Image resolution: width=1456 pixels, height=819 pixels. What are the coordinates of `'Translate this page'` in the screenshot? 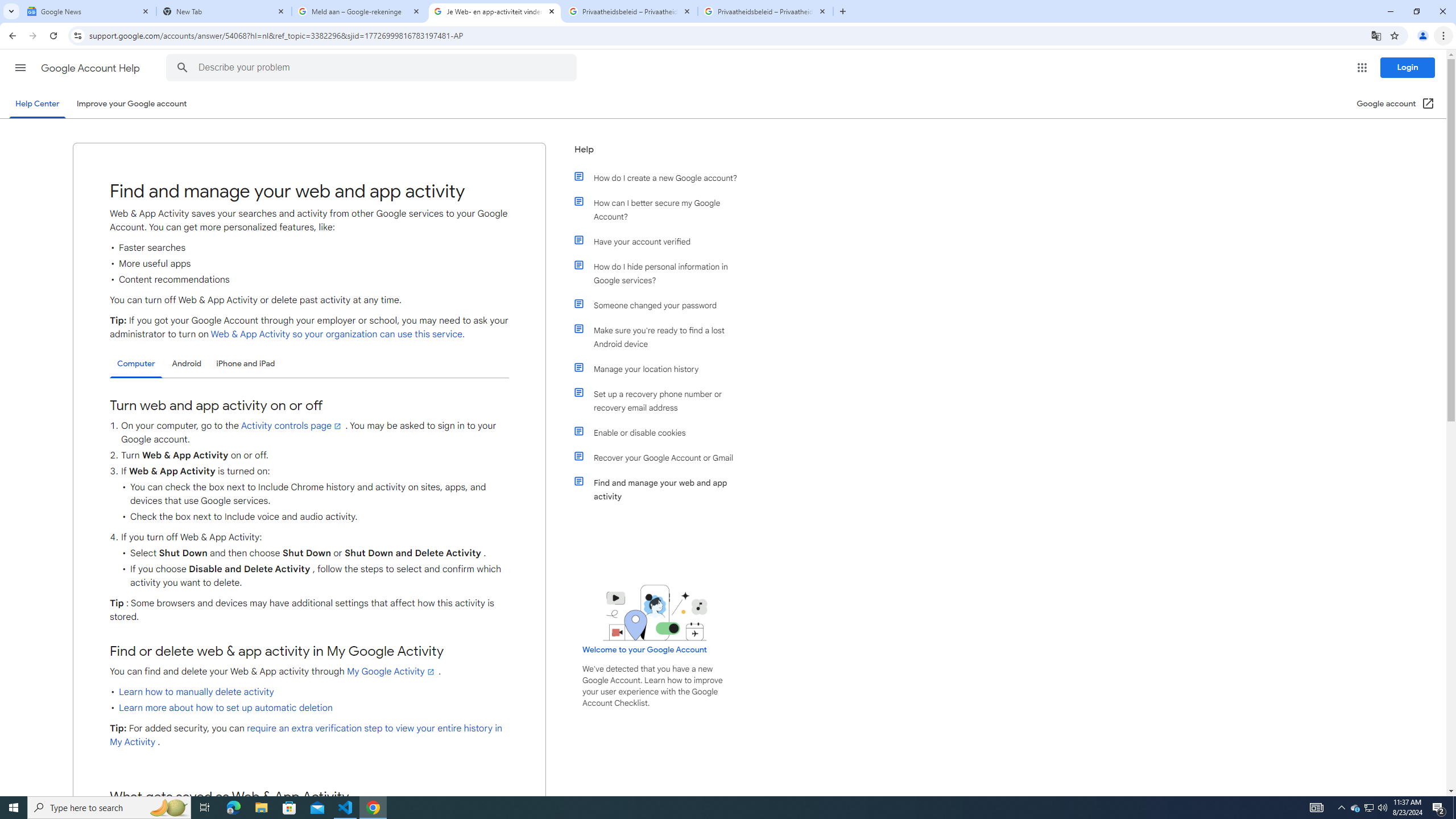 It's located at (1376, 35).